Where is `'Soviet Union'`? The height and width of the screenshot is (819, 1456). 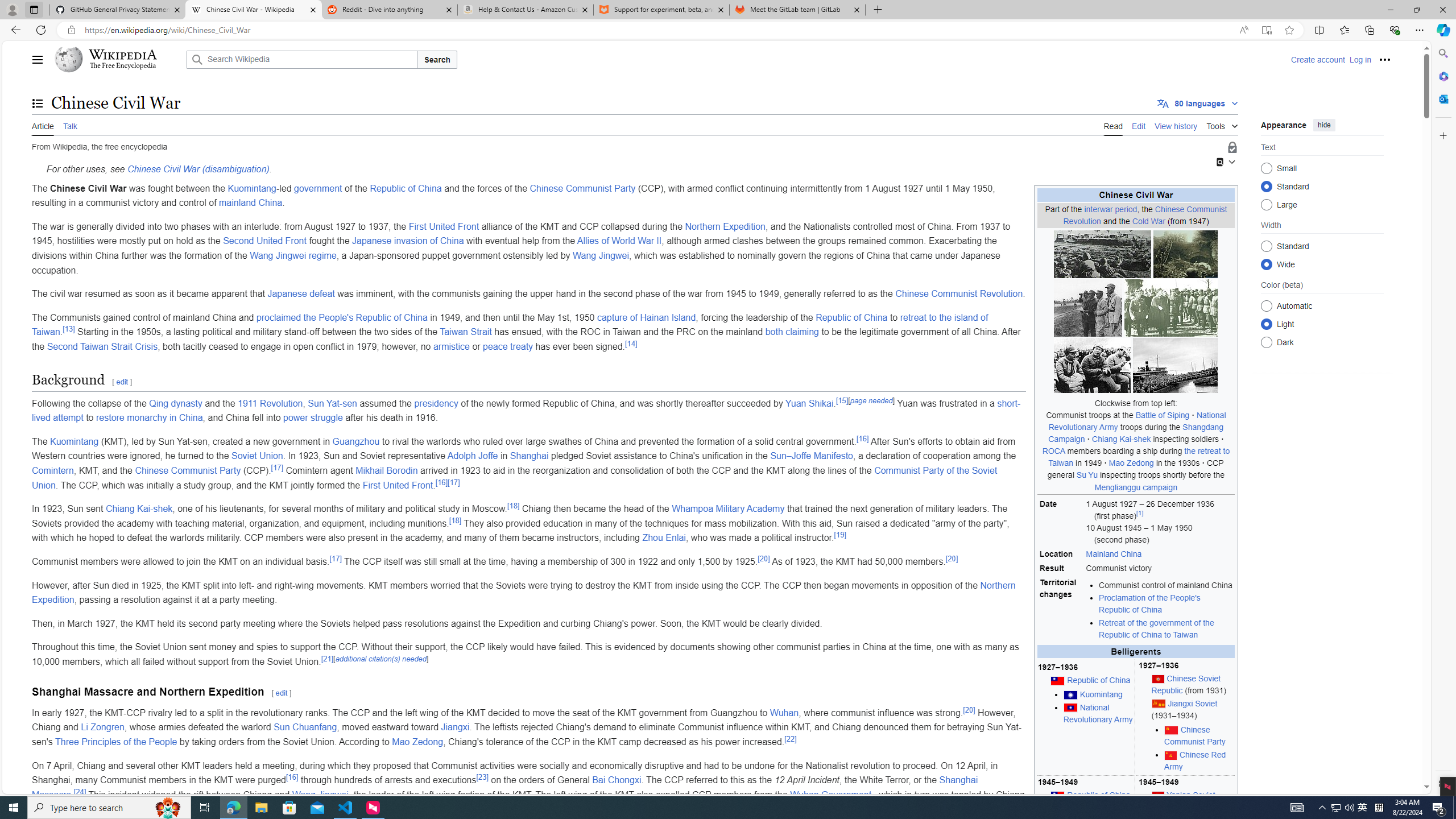
'Soviet Union' is located at coordinates (257, 456).